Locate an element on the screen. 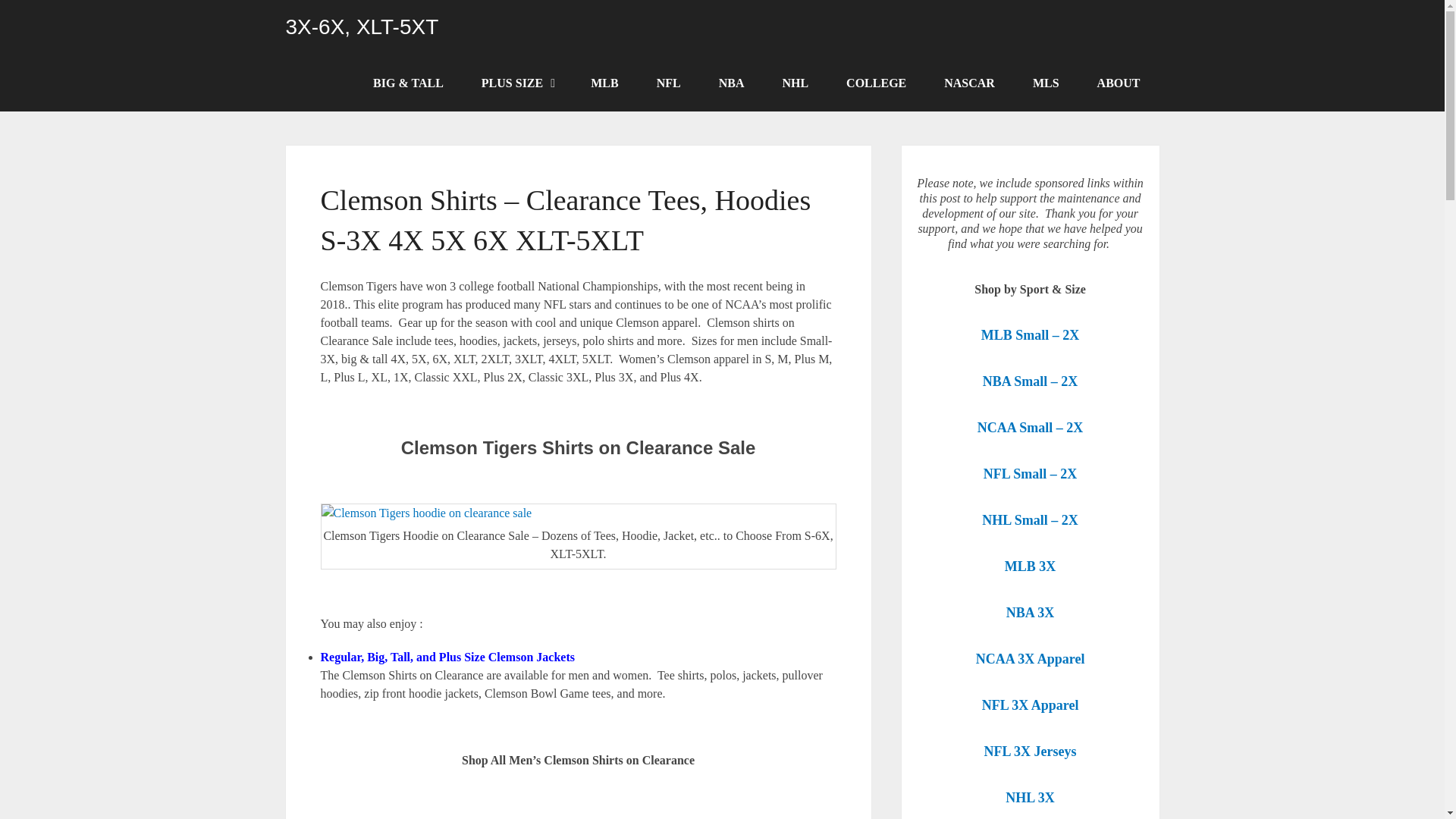 This screenshot has height=819, width=1456. 'NFL' is located at coordinates (668, 83).